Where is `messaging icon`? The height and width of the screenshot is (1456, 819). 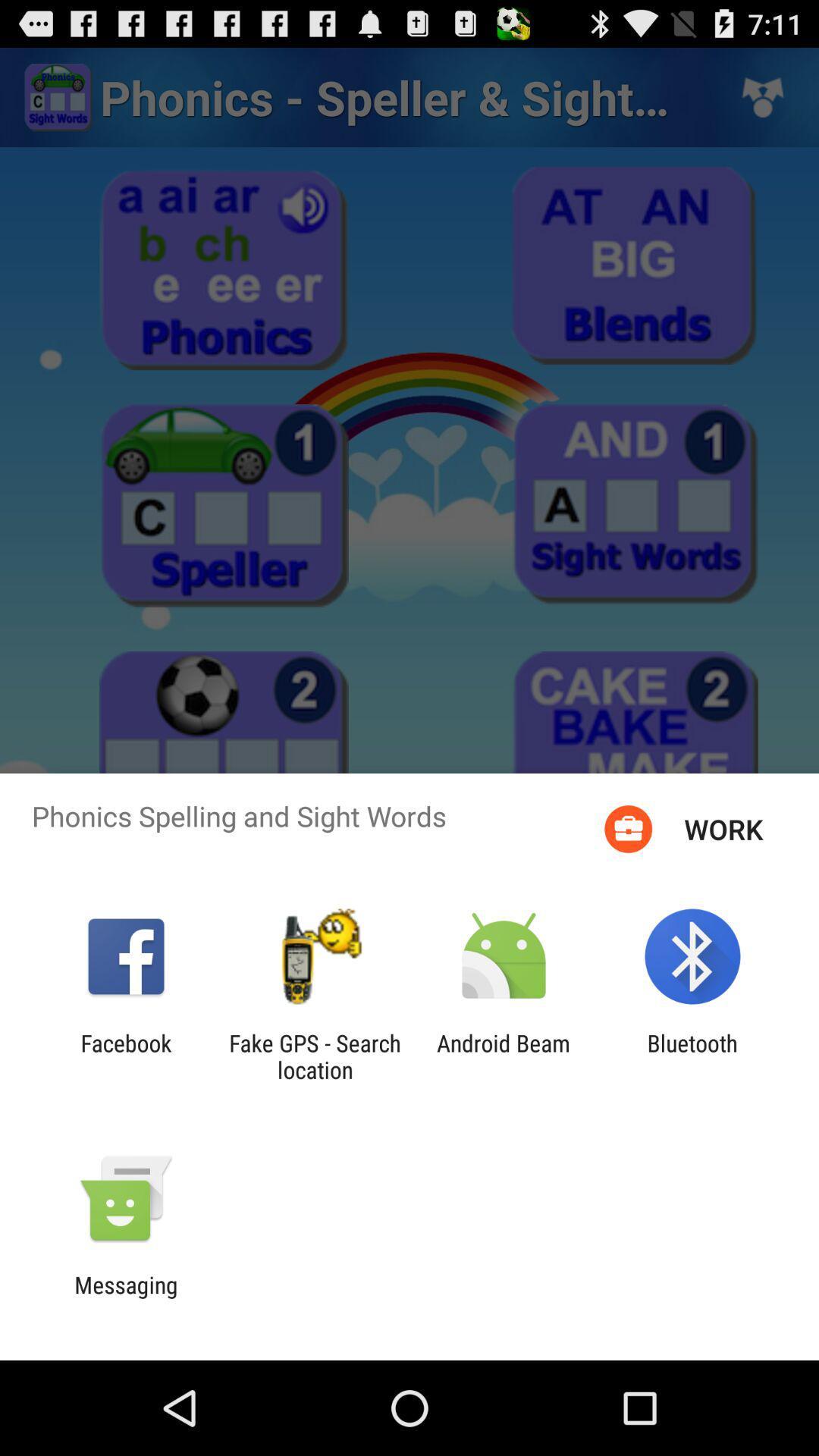 messaging icon is located at coordinates (125, 1298).